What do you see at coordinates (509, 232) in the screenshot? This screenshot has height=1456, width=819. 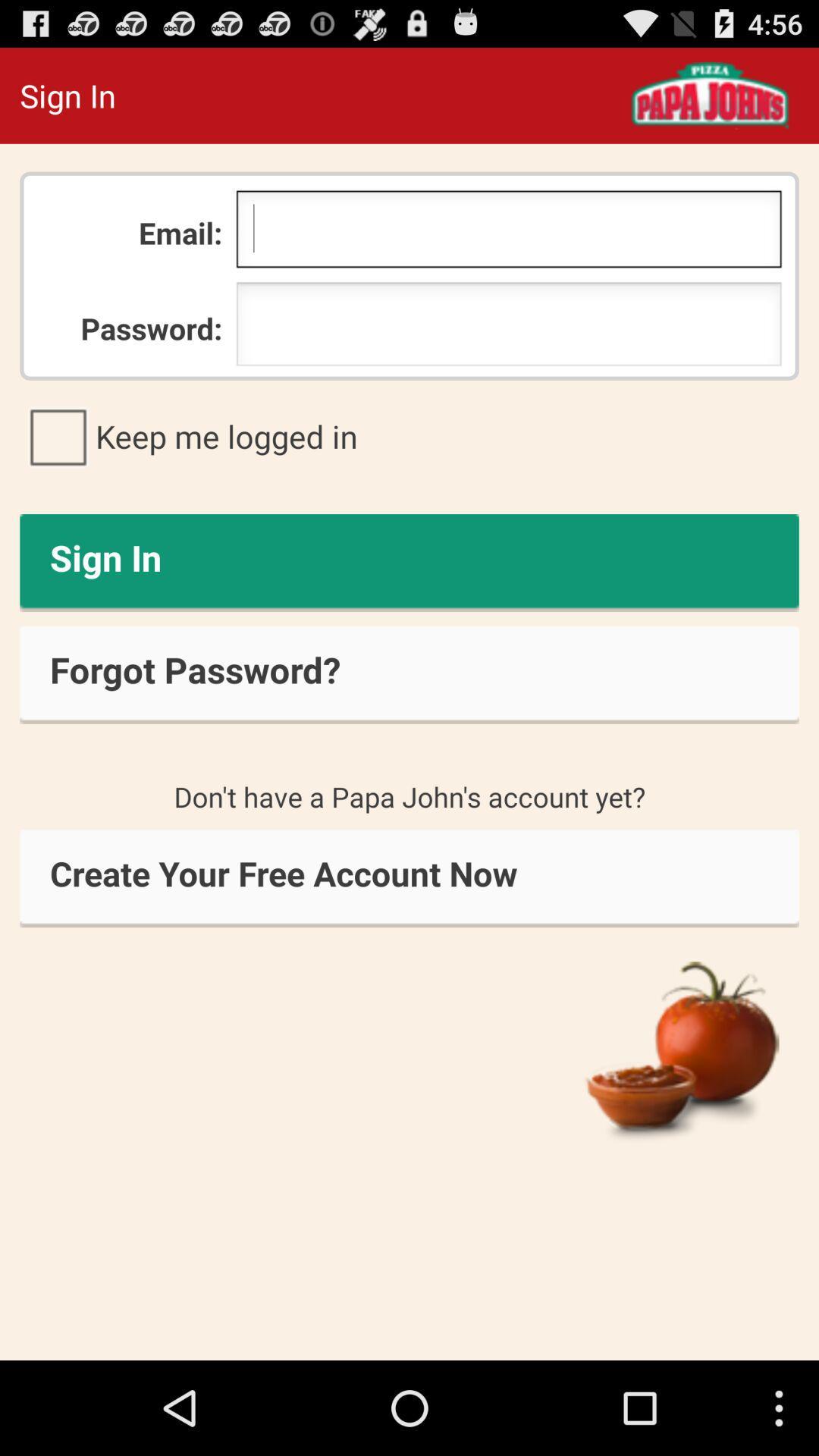 I see `item to the right of the email: item` at bounding box center [509, 232].